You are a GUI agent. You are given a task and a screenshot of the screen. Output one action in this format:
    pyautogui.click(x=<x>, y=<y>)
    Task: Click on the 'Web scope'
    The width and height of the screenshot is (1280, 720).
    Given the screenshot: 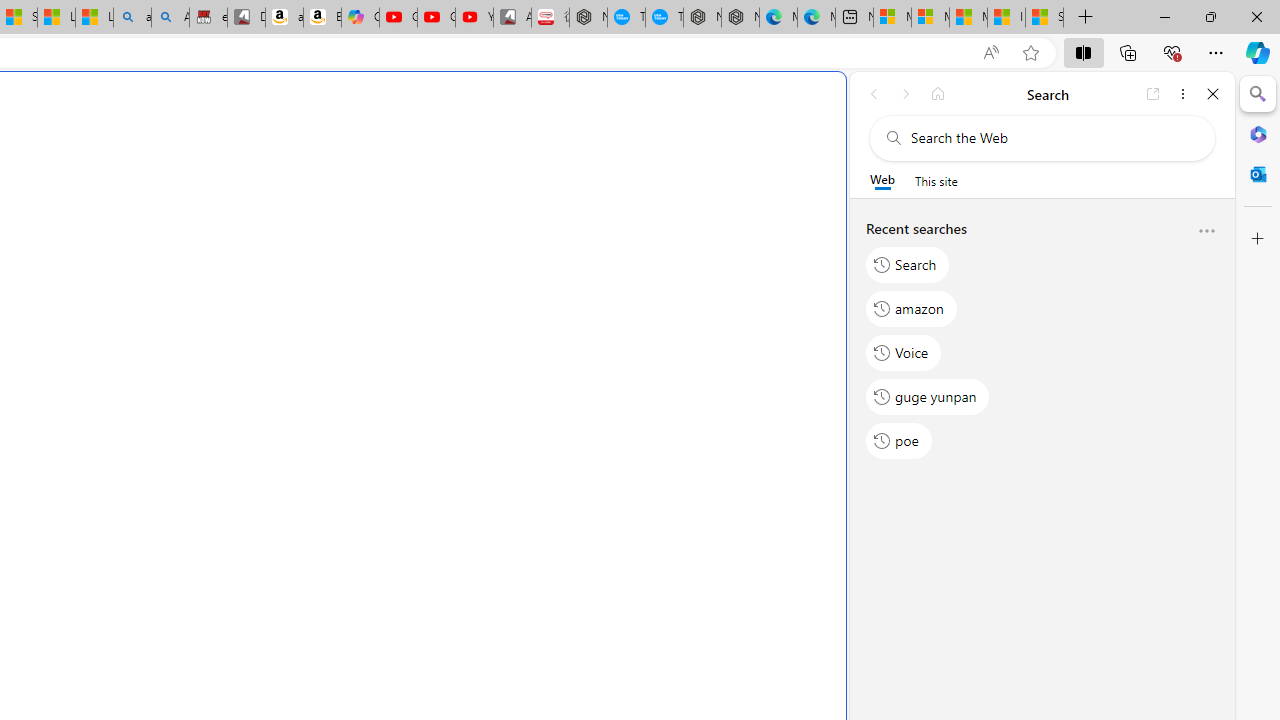 What is the action you would take?
    pyautogui.click(x=881, y=180)
    